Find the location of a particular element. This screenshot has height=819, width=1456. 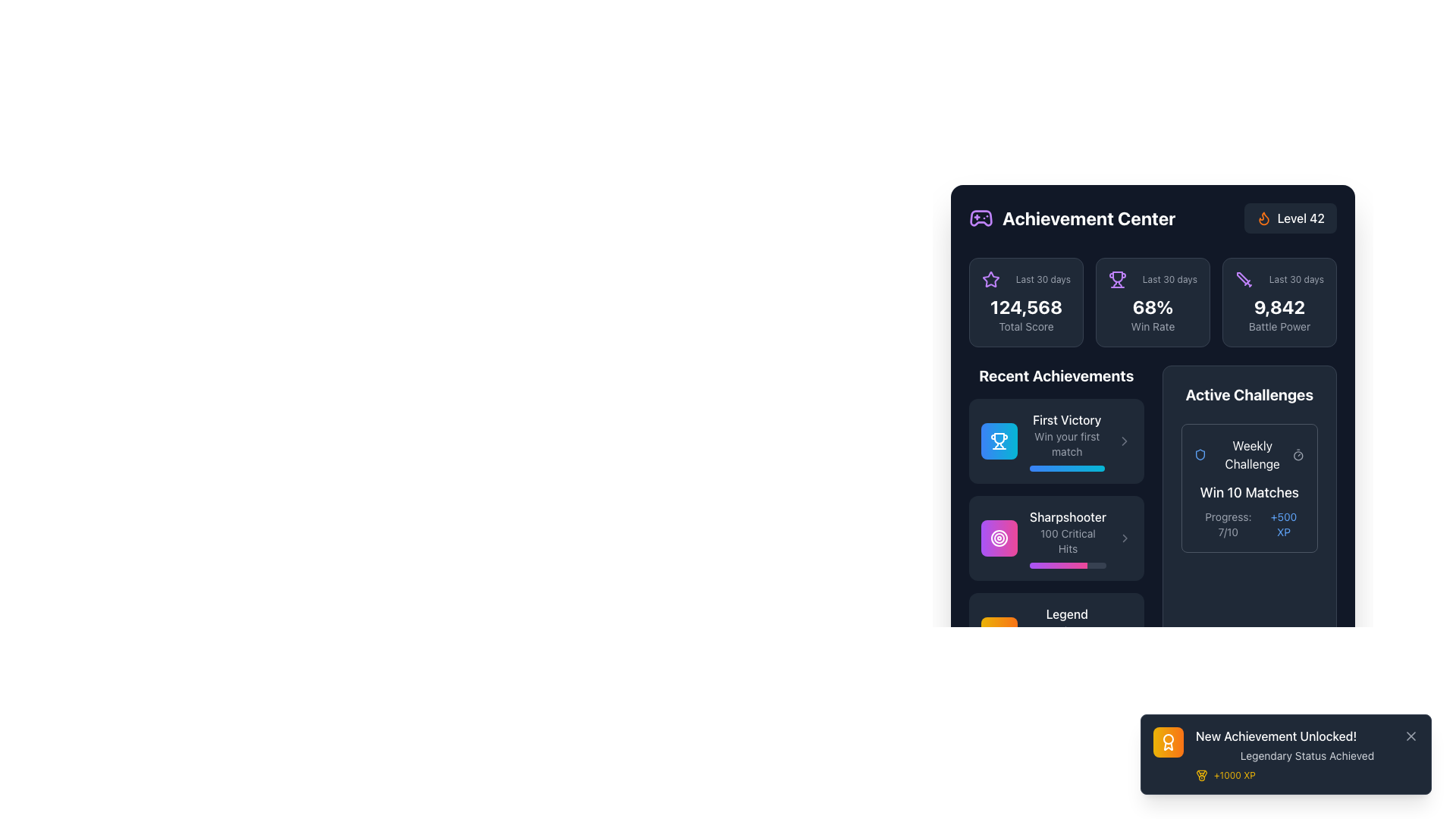

the purple gamepad icon located to the left of the 'Achievement Center' text in the upper-left section of the interface panel is located at coordinates (981, 218).